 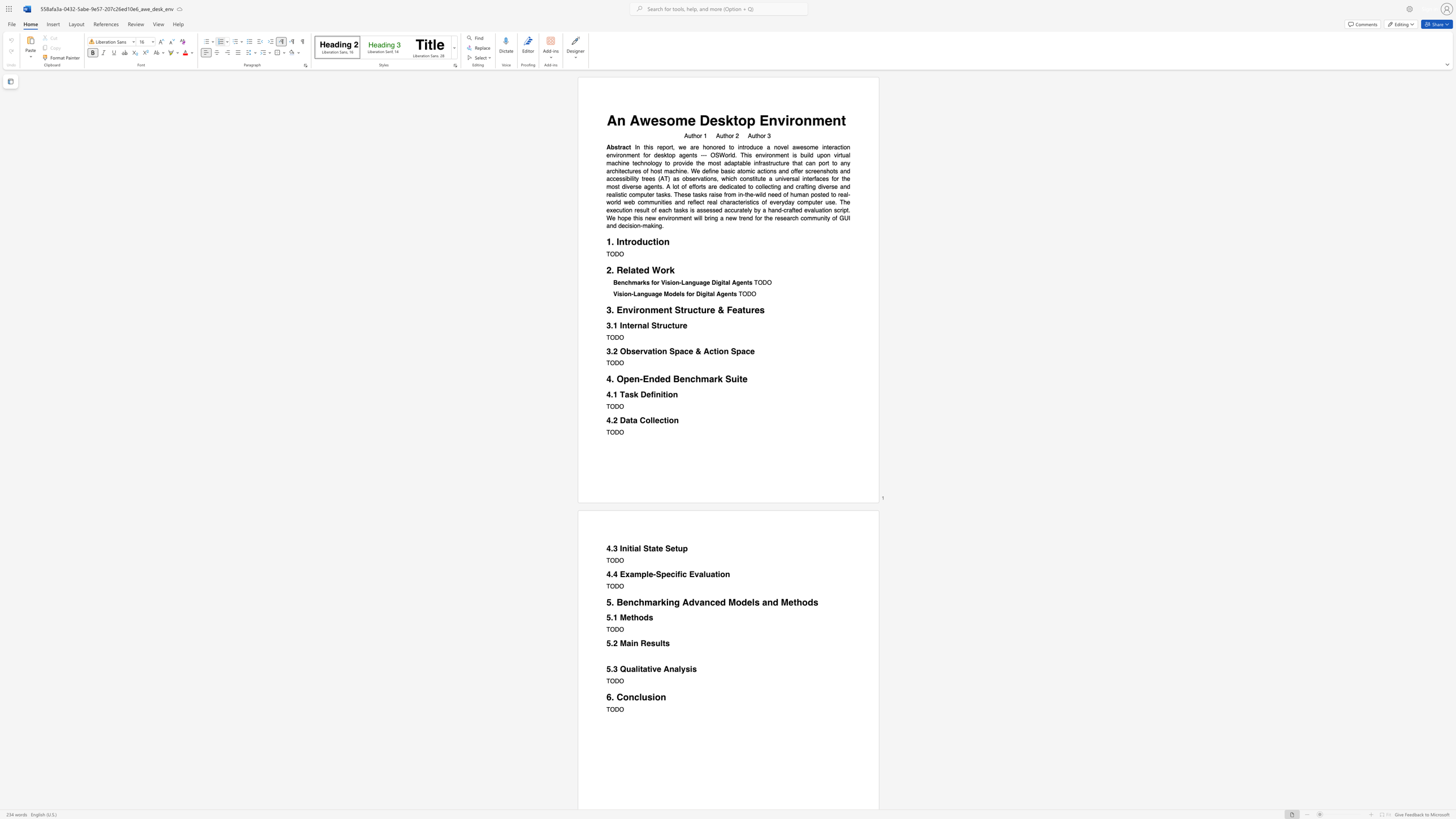 What do you see at coordinates (708, 574) in the screenshot?
I see `the 1th character "u" in the text` at bounding box center [708, 574].